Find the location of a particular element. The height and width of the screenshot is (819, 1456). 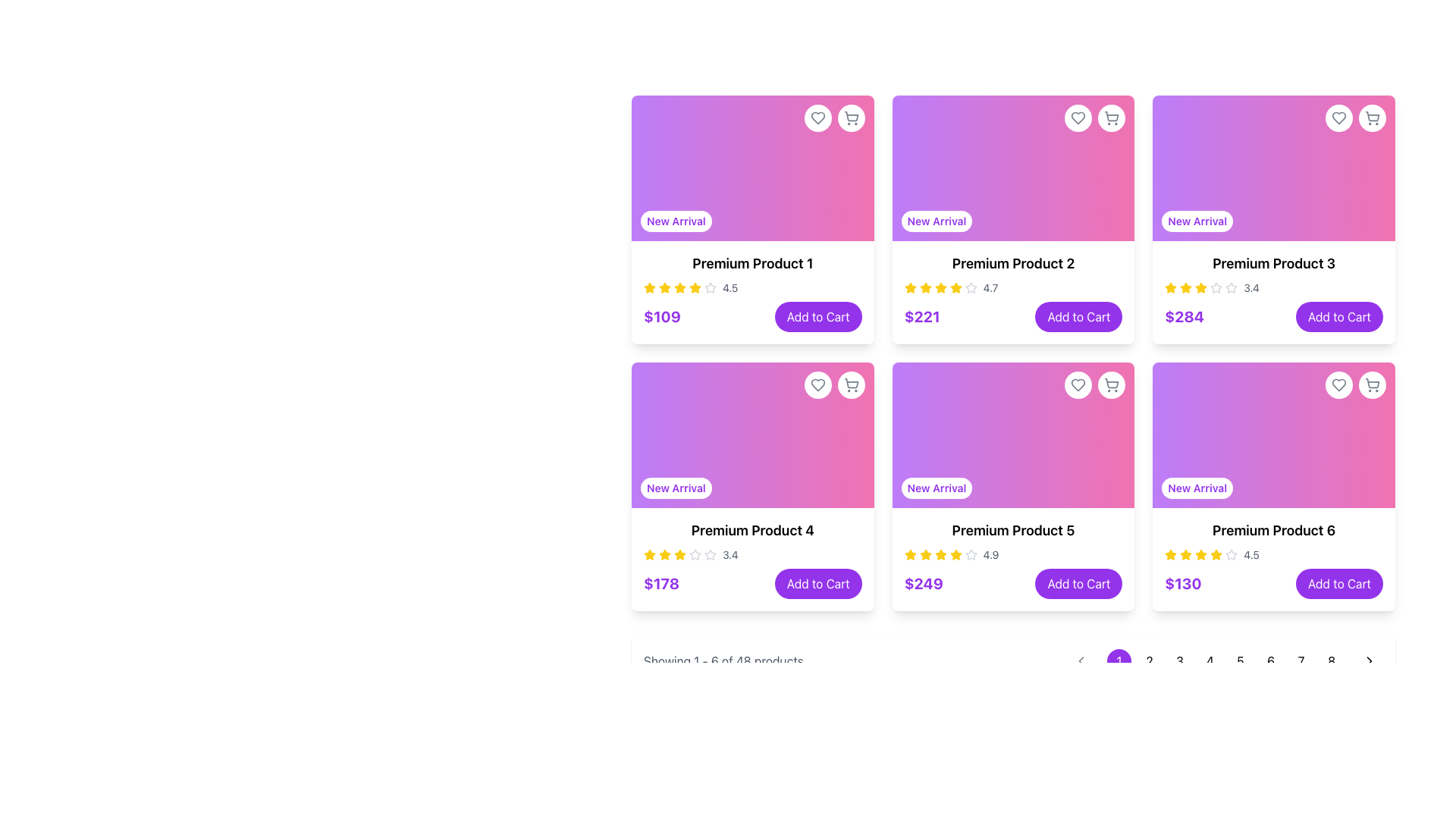

the star icon representing the first star in the rating row for 'Premium Product 4', which is a yellow star filled and visually distinct in the product card's rating system is located at coordinates (665, 554).